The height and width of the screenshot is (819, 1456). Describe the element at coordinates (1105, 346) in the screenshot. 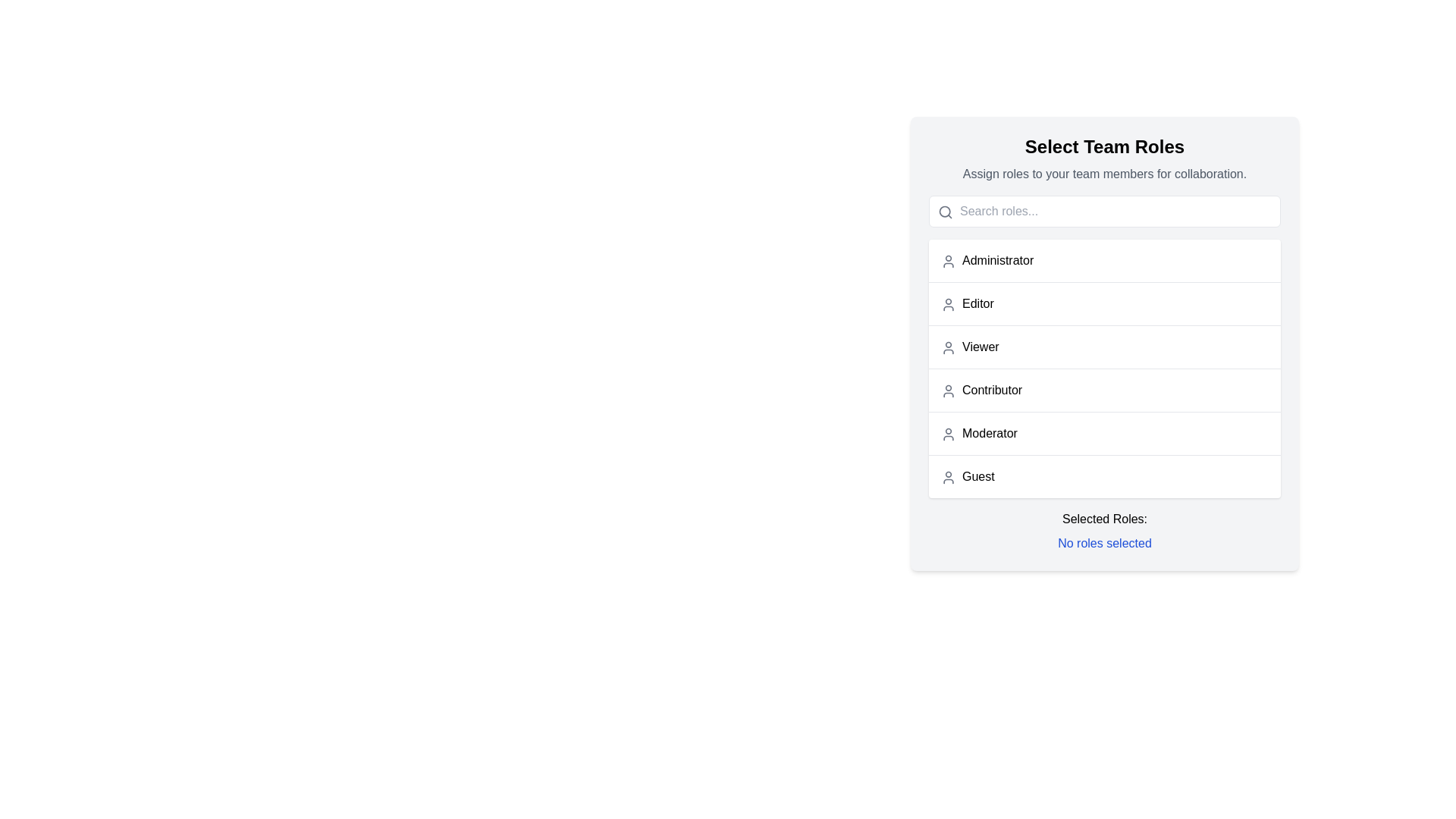

I see `the third selectable role option in the vertically stacked list` at that location.